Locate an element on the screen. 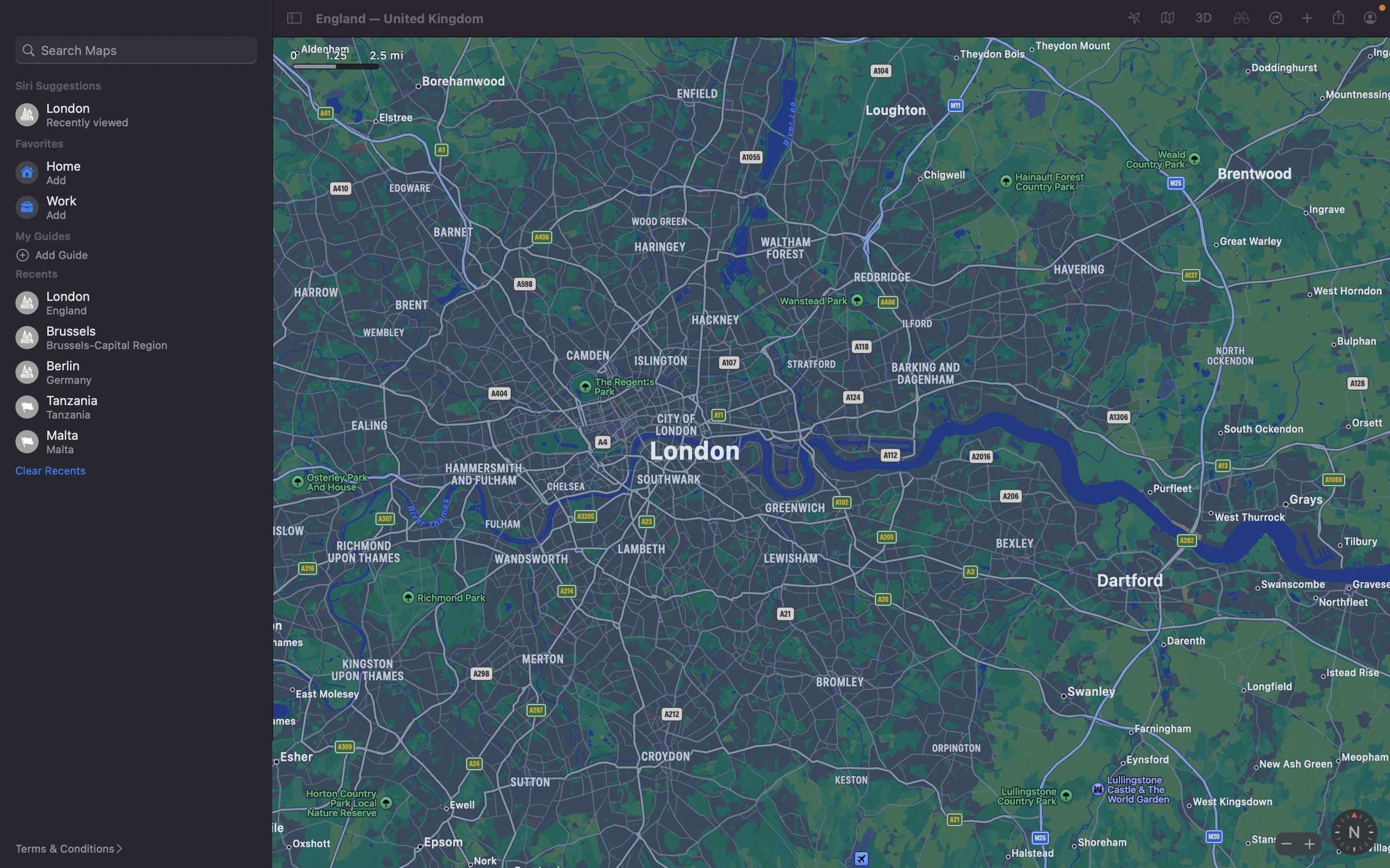 This screenshot has width=1390, height=868. Input a new office address is located at coordinates (139, 208).